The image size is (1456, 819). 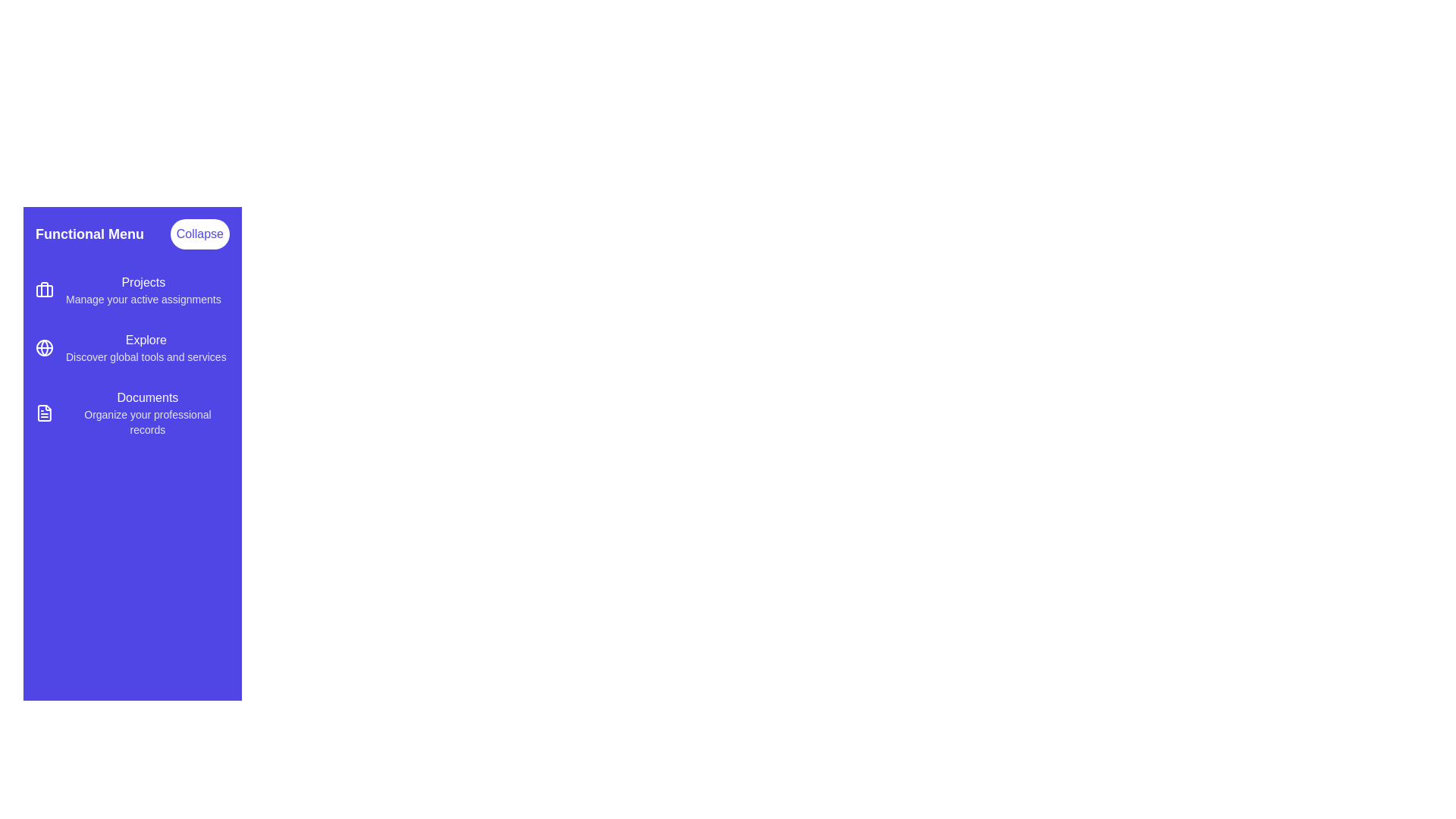 What do you see at coordinates (44, 348) in the screenshot?
I see `the icon corresponding to the menu item Explore` at bounding box center [44, 348].